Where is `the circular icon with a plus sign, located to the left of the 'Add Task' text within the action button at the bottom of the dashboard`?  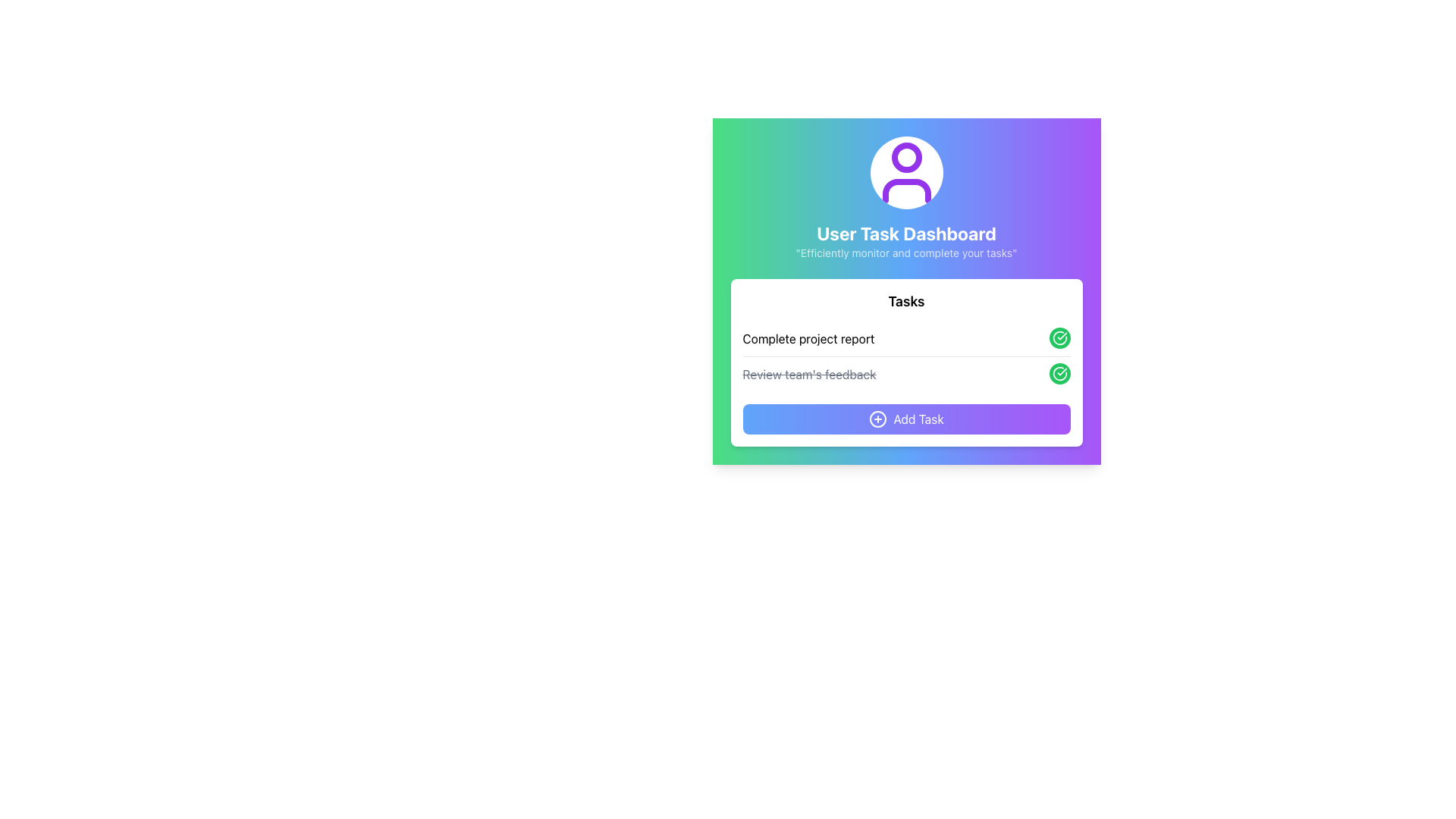
the circular icon with a plus sign, located to the left of the 'Add Task' text within the action button at the bottom of the dashboard is located at coordinates (877, 419).